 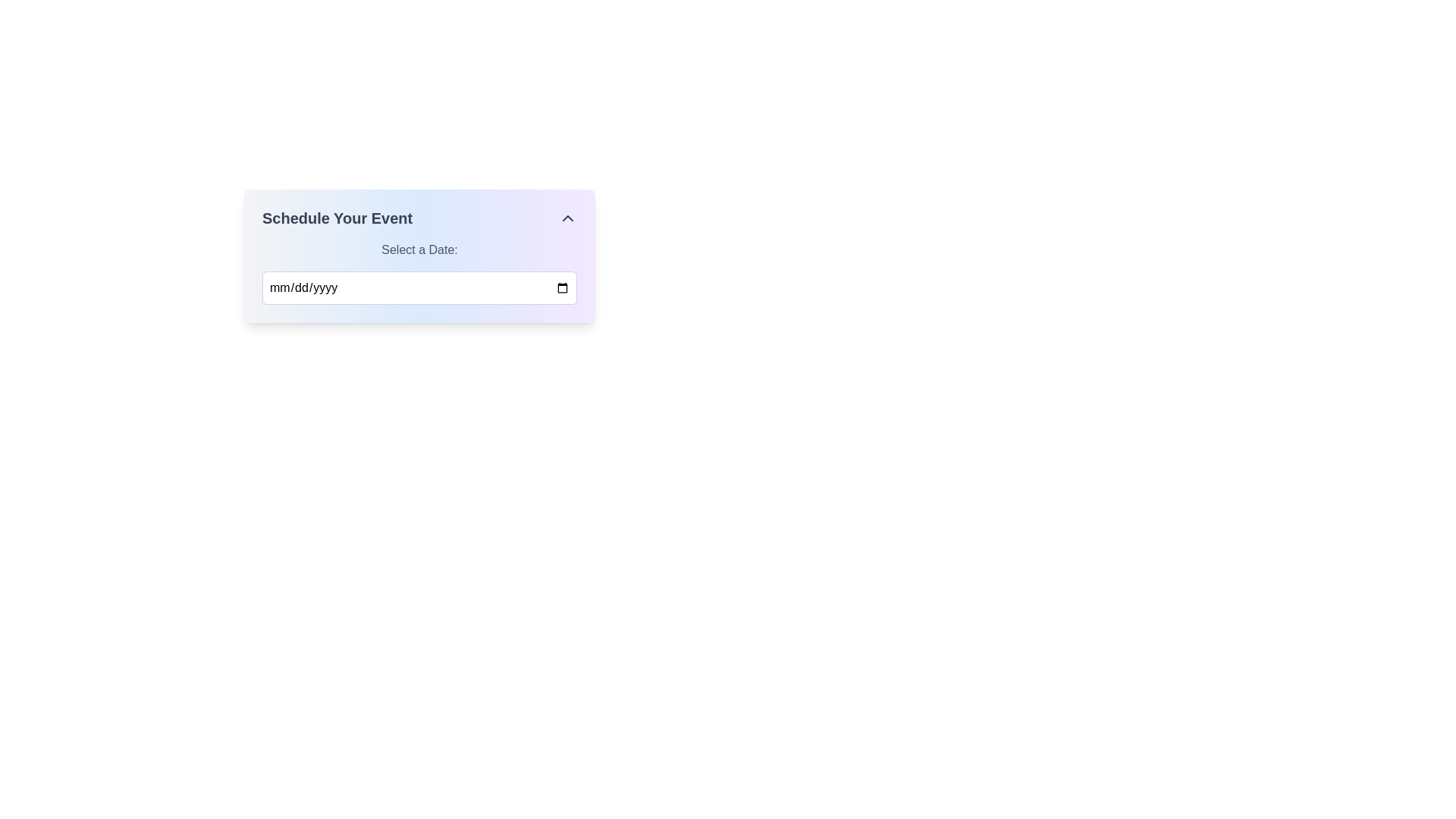 What do you see at coordinates (419, 271) in the screenshot?
I see `the Labeled Date Picker located under the 'Schedule Your Event' header` at bounding box center [419, 271].